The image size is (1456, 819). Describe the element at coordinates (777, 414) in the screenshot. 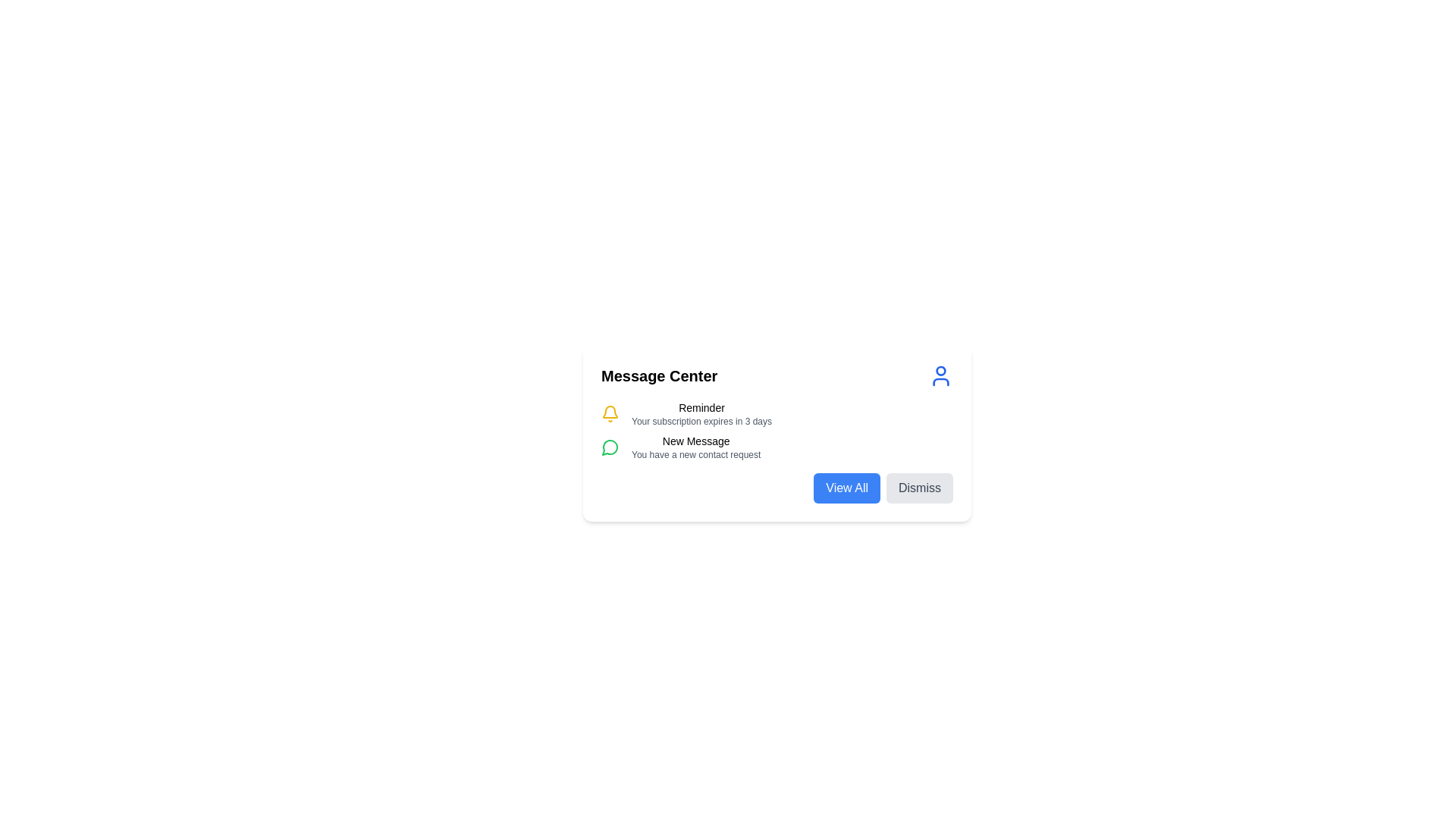

I see `details of the first notification regarding subscription expiry in the 'Message Center' section` at that location.